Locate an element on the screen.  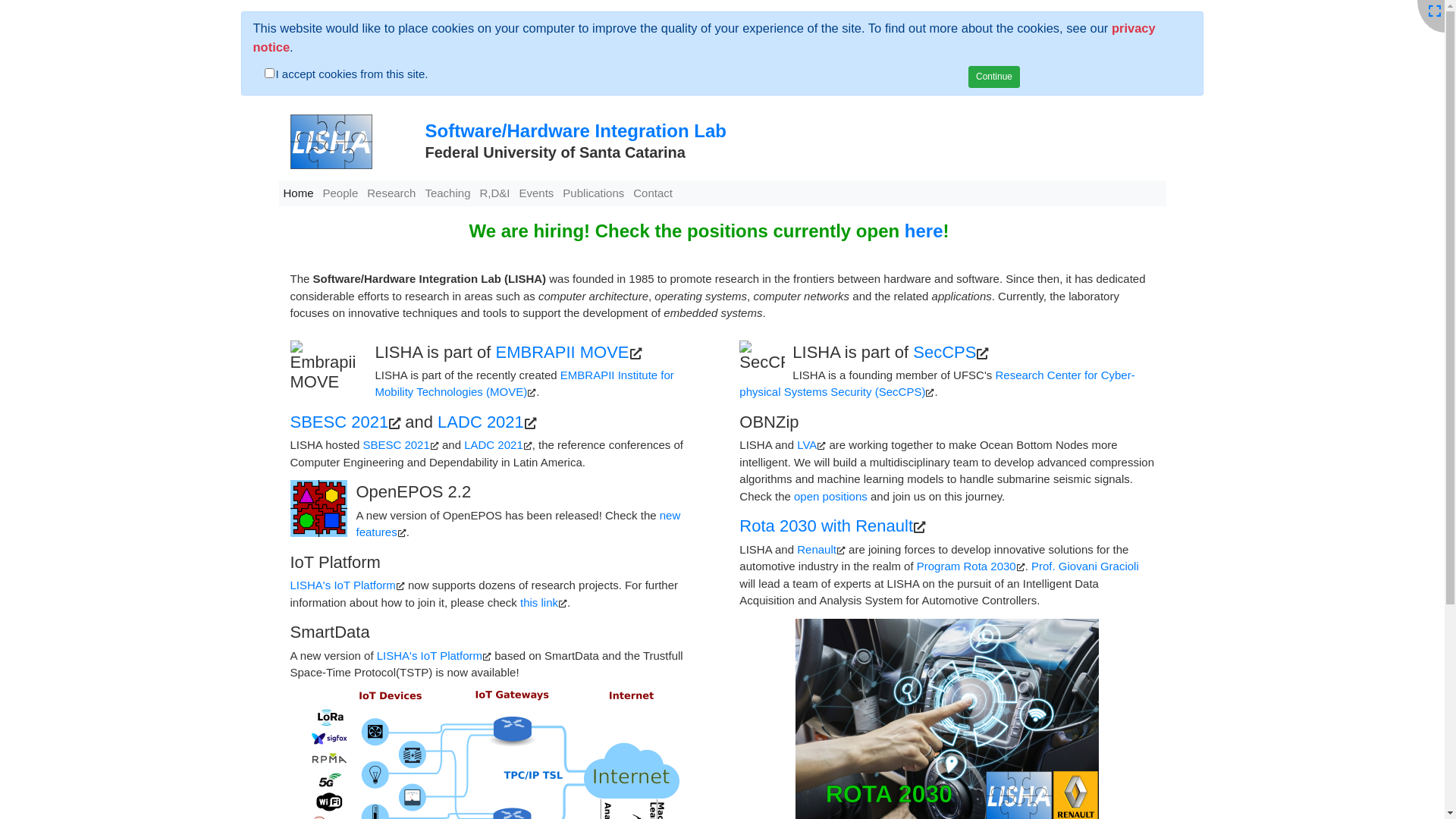
'Program Rota 2030' is located at coordinates (965, 566).